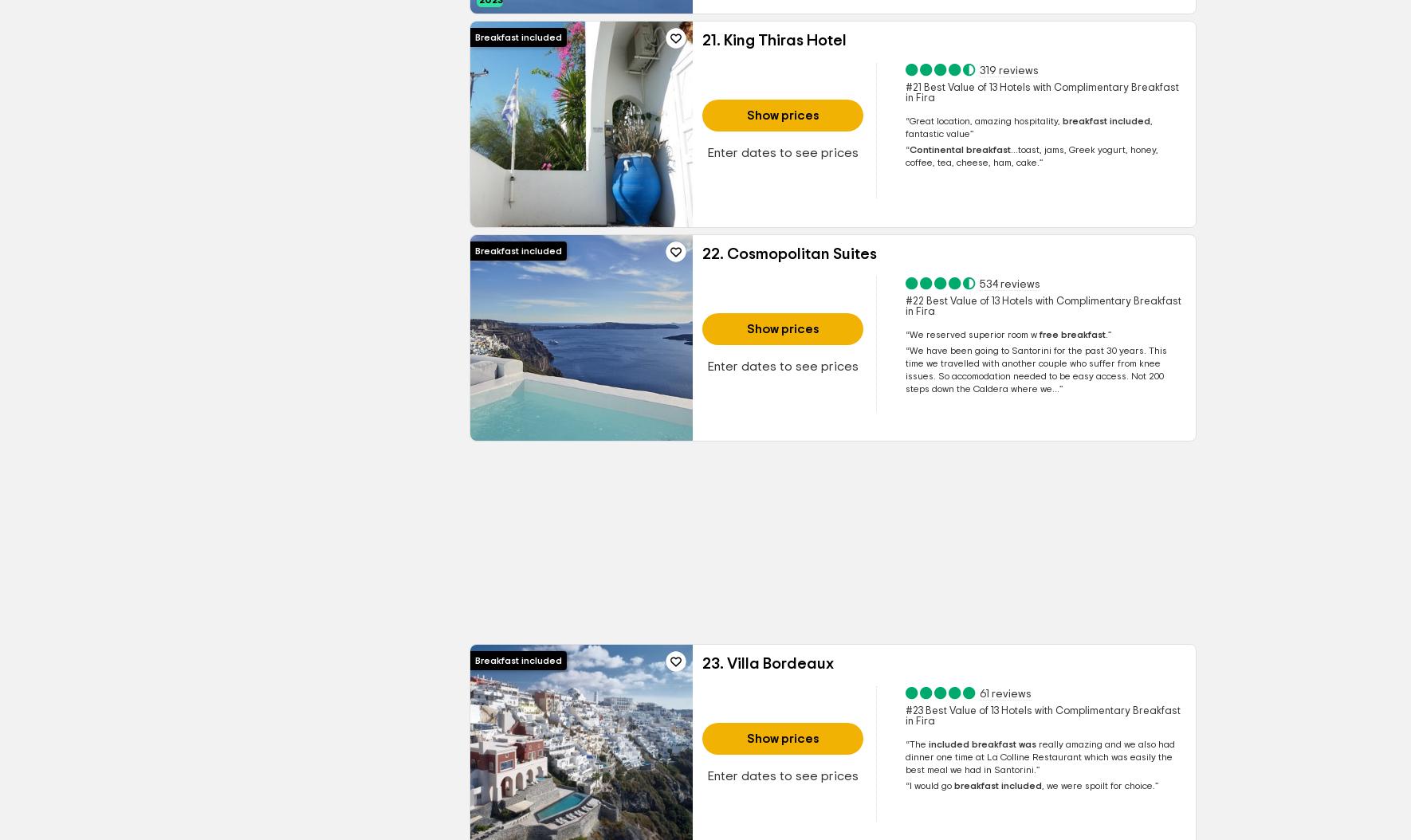 The width and height of the screenshot is (1411, 840). What do you see at coordinates (1106, 334) in the screenshot?
I see `'.'` at bounding box center [1106, 334].